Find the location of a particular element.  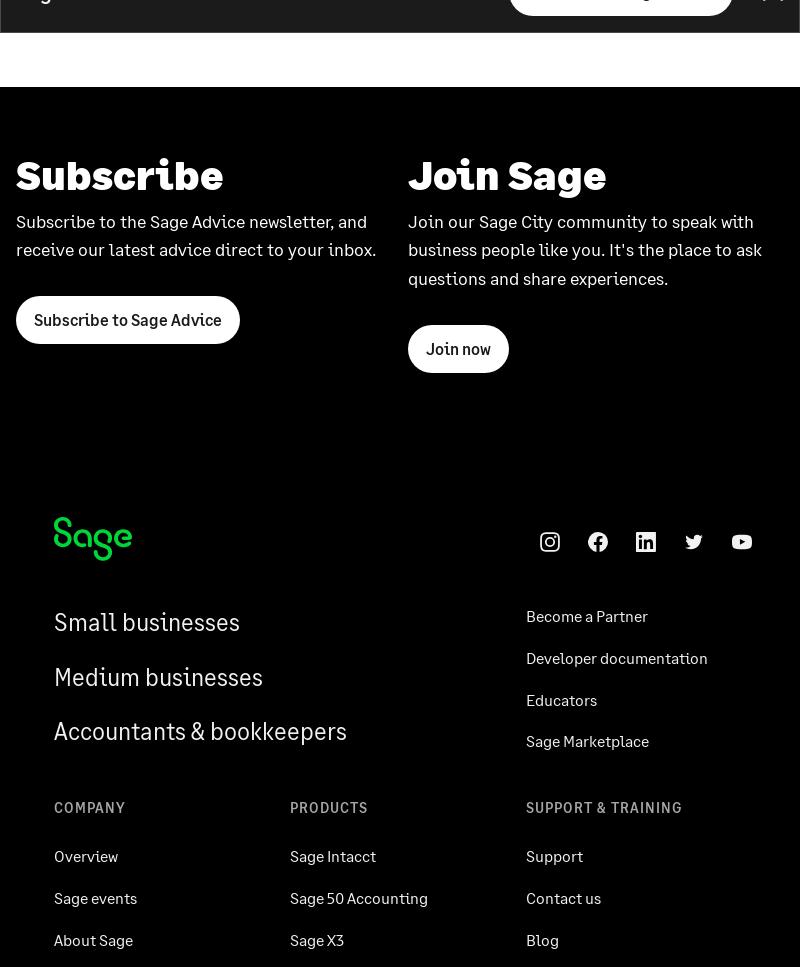

'Sage X3' is located at coordinates (315, 937).